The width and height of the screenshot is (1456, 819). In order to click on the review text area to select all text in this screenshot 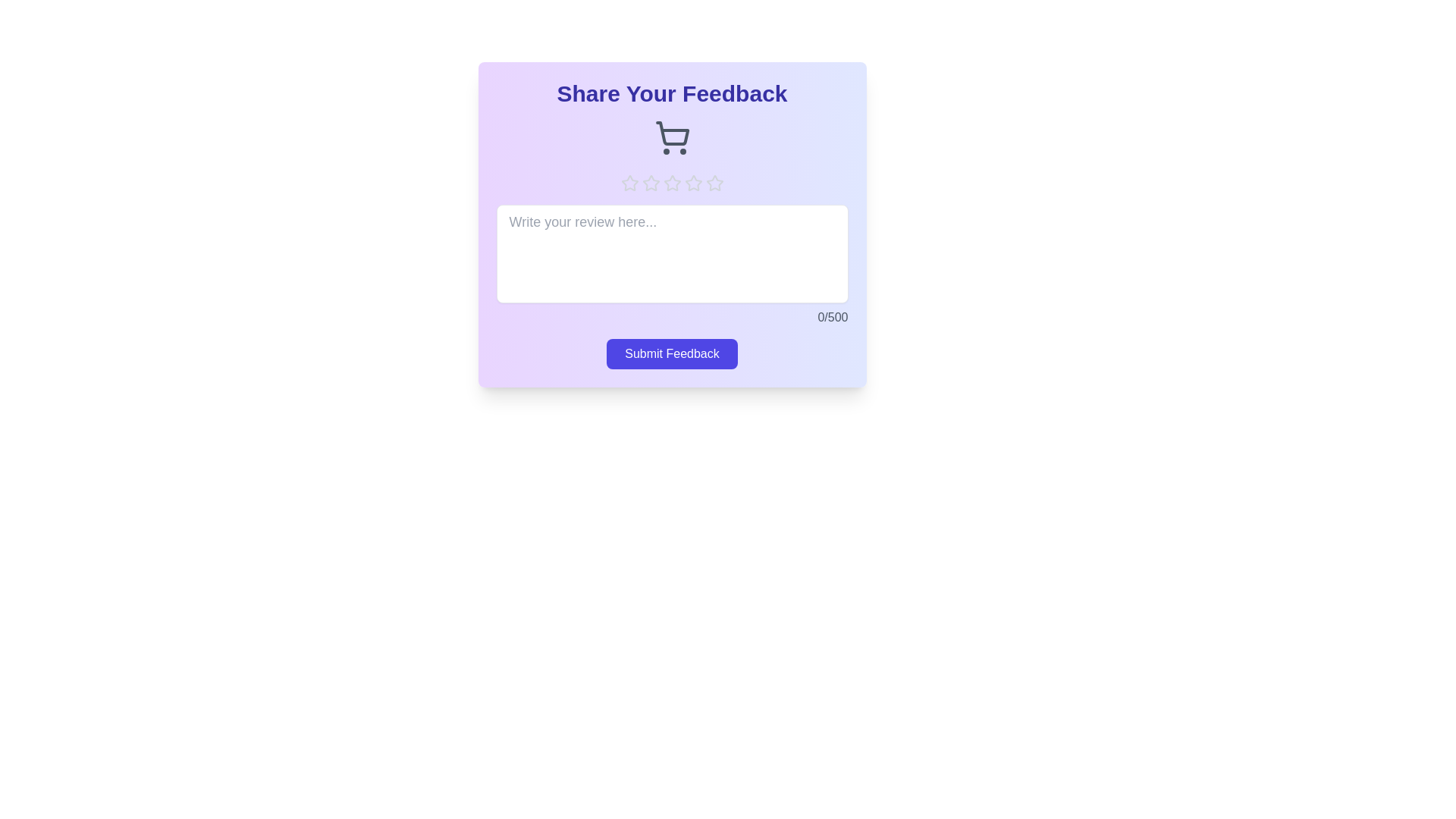, I will do `click(671, 253)`.